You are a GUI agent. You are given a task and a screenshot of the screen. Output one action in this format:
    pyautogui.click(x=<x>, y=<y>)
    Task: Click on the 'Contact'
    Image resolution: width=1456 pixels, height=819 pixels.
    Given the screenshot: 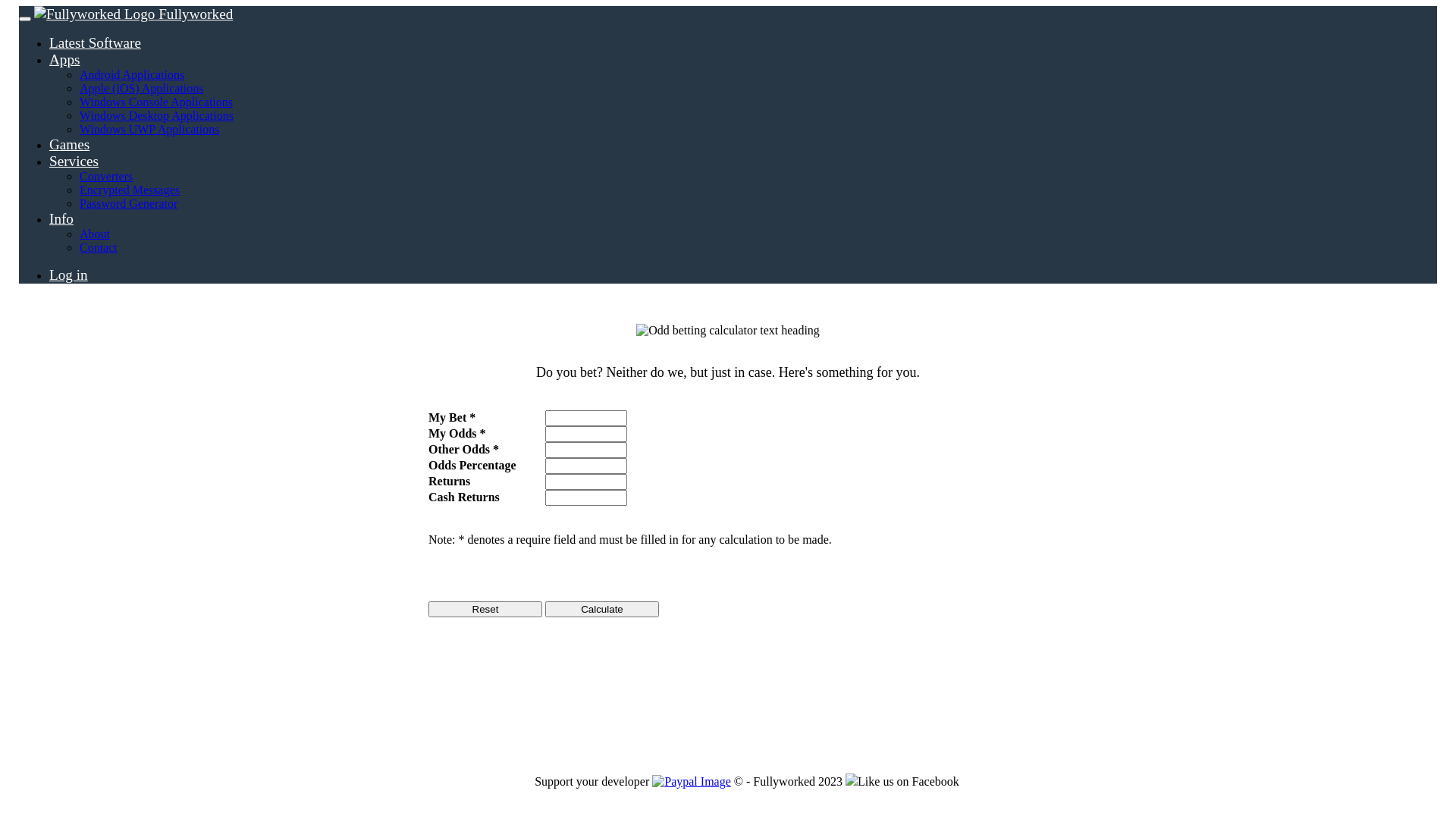 What is the action you would take?
    pyautogui.click(x=97, y=246)
    